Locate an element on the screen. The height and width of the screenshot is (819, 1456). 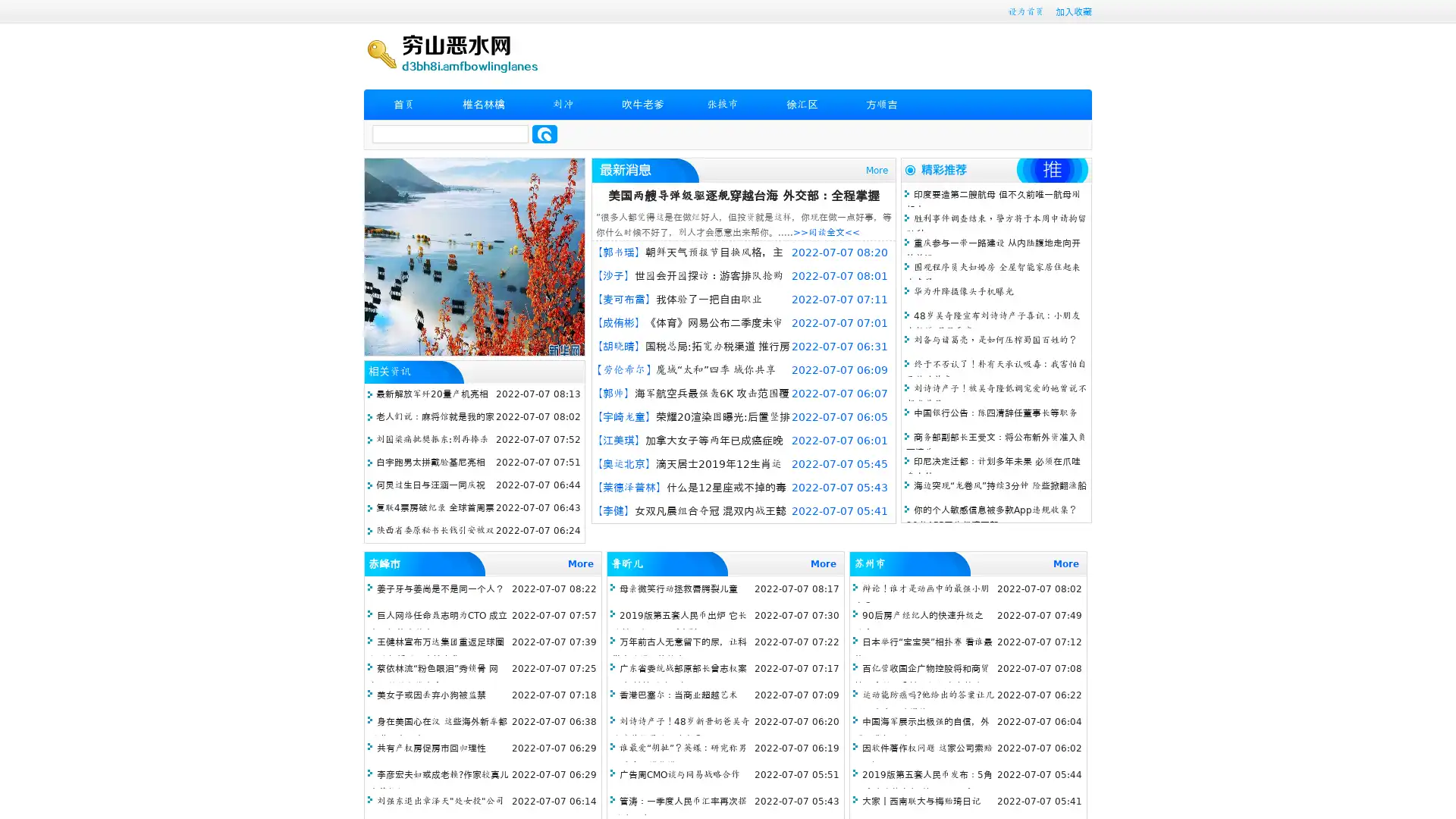
Search is located at coordinates (544, 133).